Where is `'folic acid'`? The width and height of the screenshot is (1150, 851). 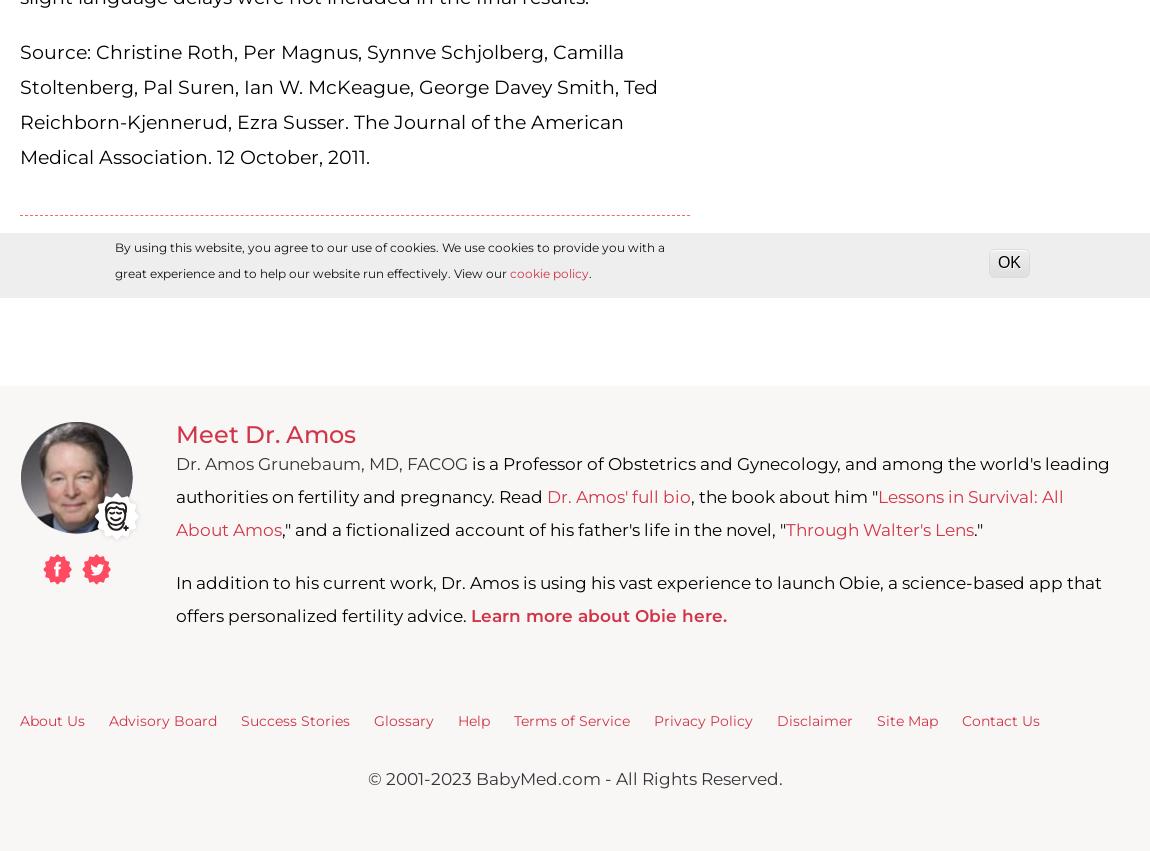 'folic acid' is located at coordinates (182, 250).